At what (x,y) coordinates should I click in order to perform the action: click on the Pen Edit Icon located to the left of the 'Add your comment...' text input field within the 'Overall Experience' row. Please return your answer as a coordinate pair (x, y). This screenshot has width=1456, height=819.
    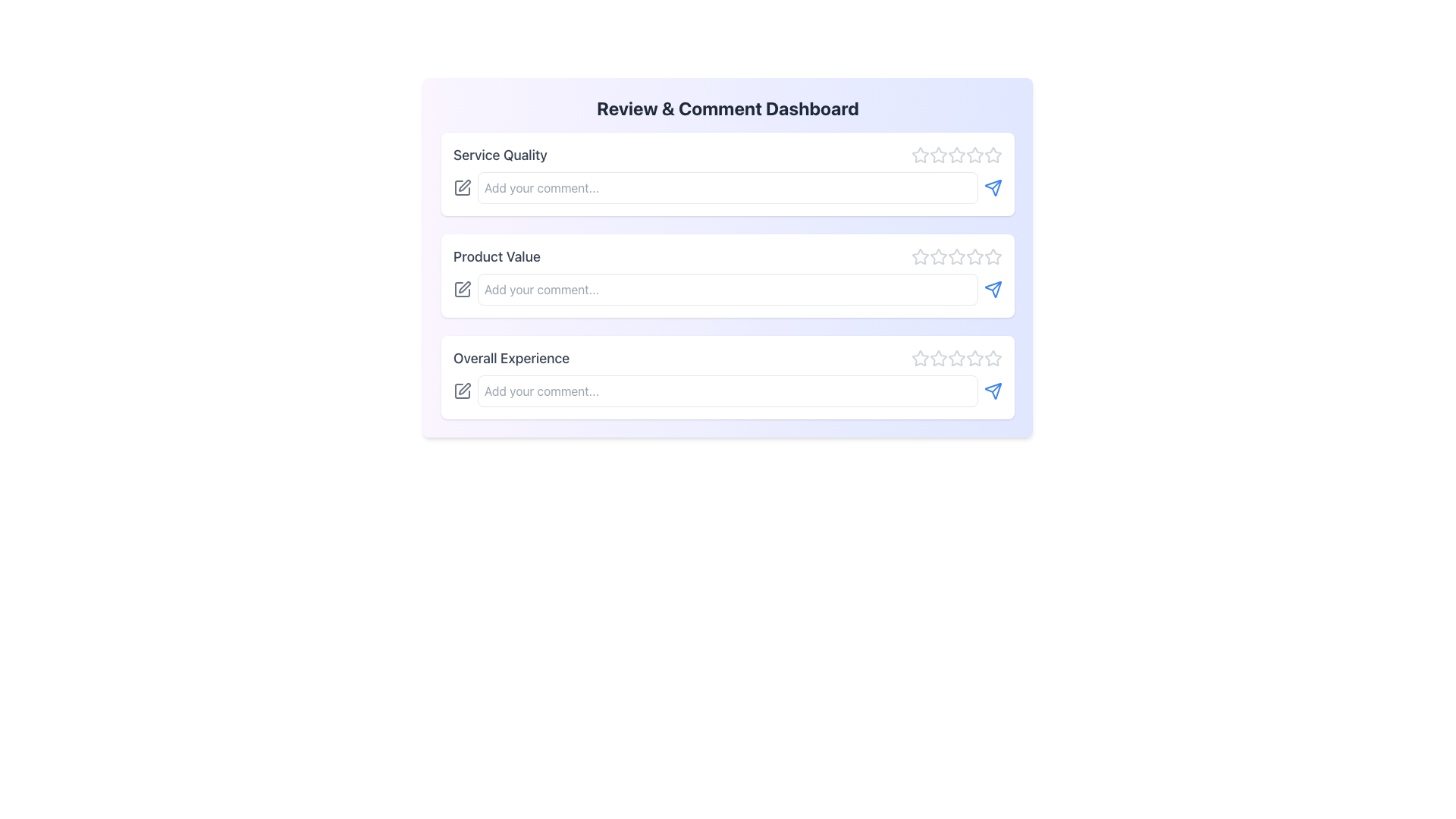
    Looking at the image, I should click on (464, 388).